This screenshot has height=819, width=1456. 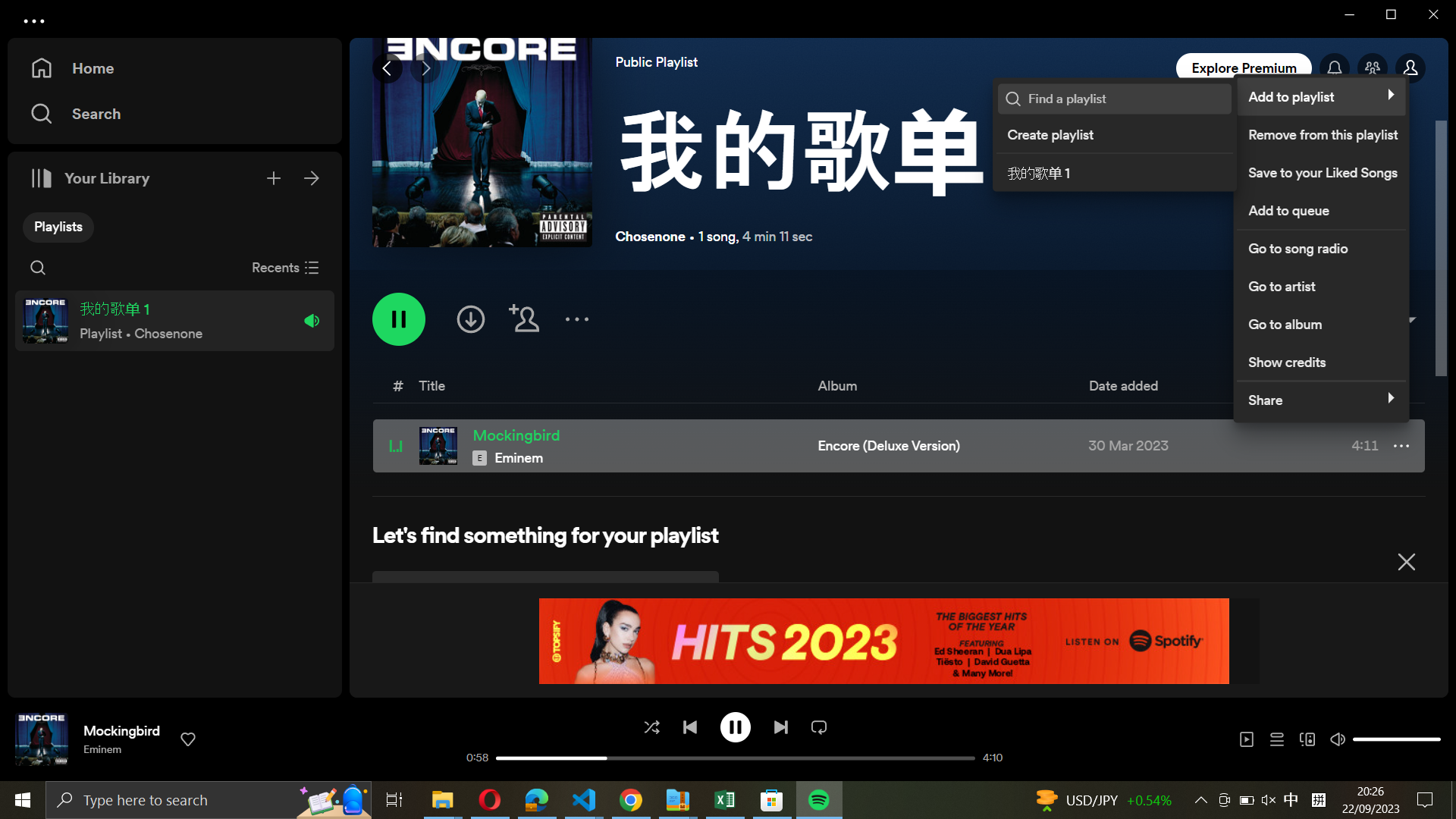 What do you see at coordinates (780, 725) in the screenshot?
I see `Start the upcoming track` at bounding box center [780, 725].